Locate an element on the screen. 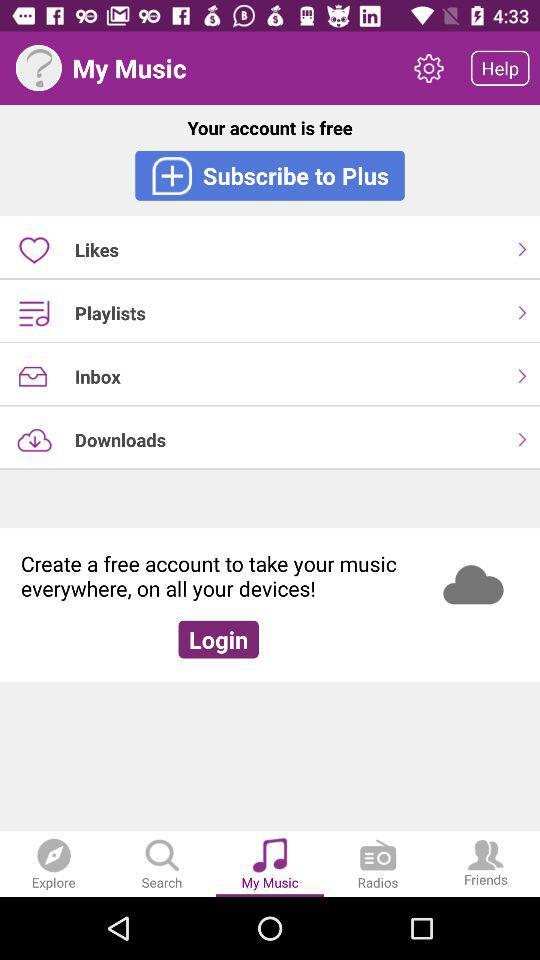 This screenshot has height=960, width=540. the item below your account is is located at coordinates (270, 174).